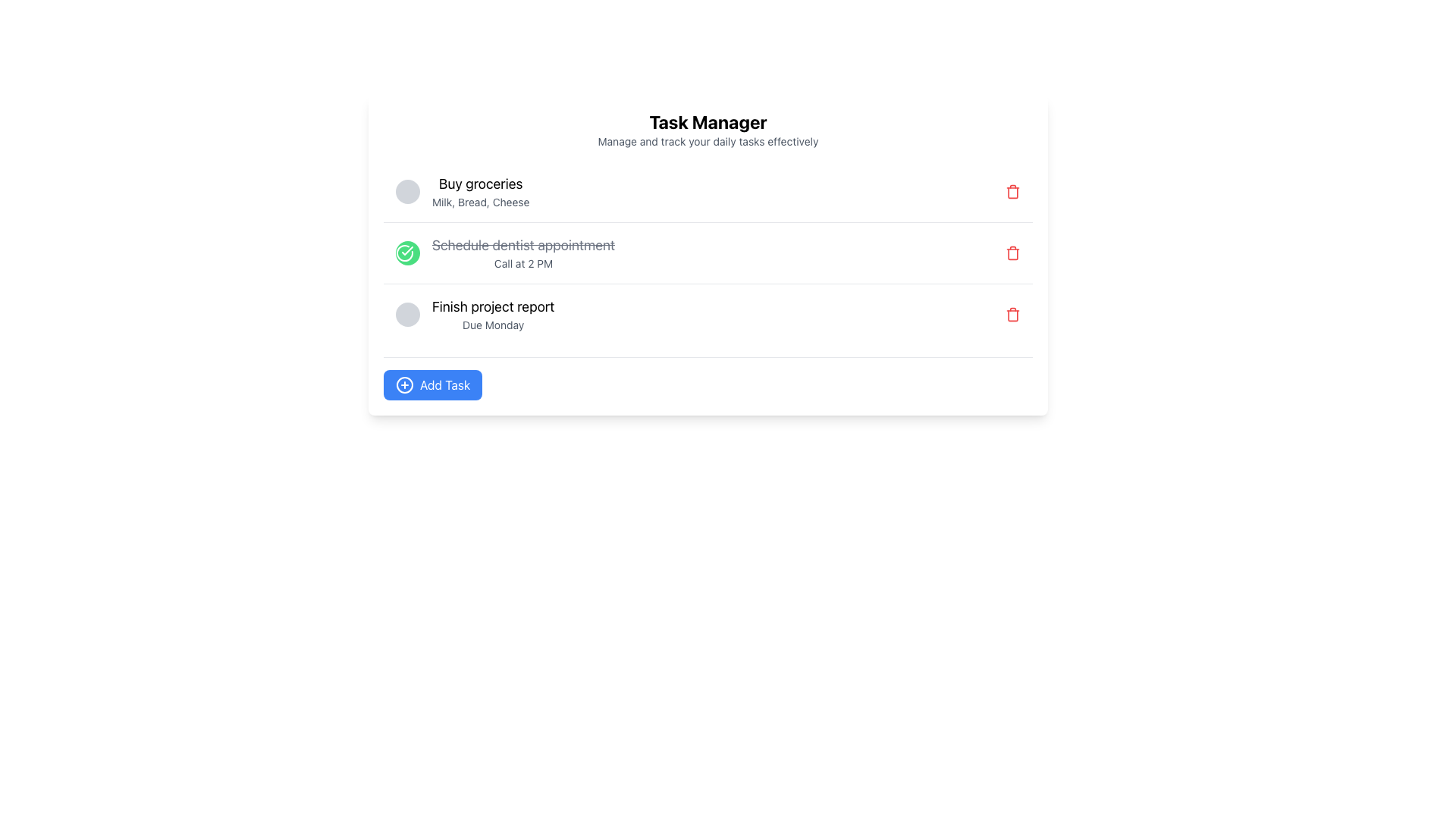  Describe the element at coordinates (407, 191) in the screenshot. I see `the button located at the far left of the row for the task titled 'Buy groceries'` at that location.